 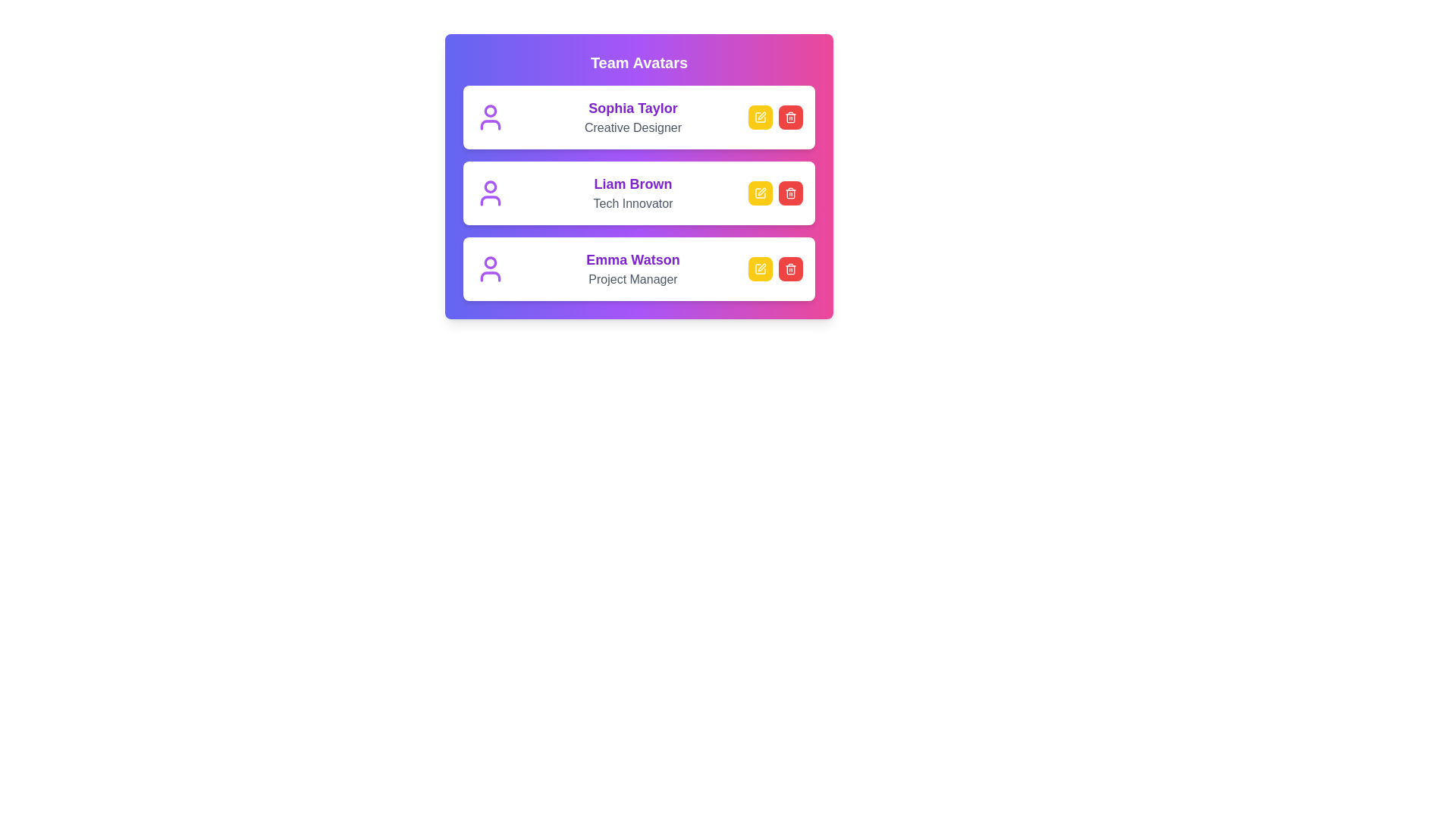 What do you see at coordinates (491, 262) in the screenshot?
I see `the avatar icon representing 'Emma Watson - Project Manager', located in the third row of the list` at bounding box center [491, 262].